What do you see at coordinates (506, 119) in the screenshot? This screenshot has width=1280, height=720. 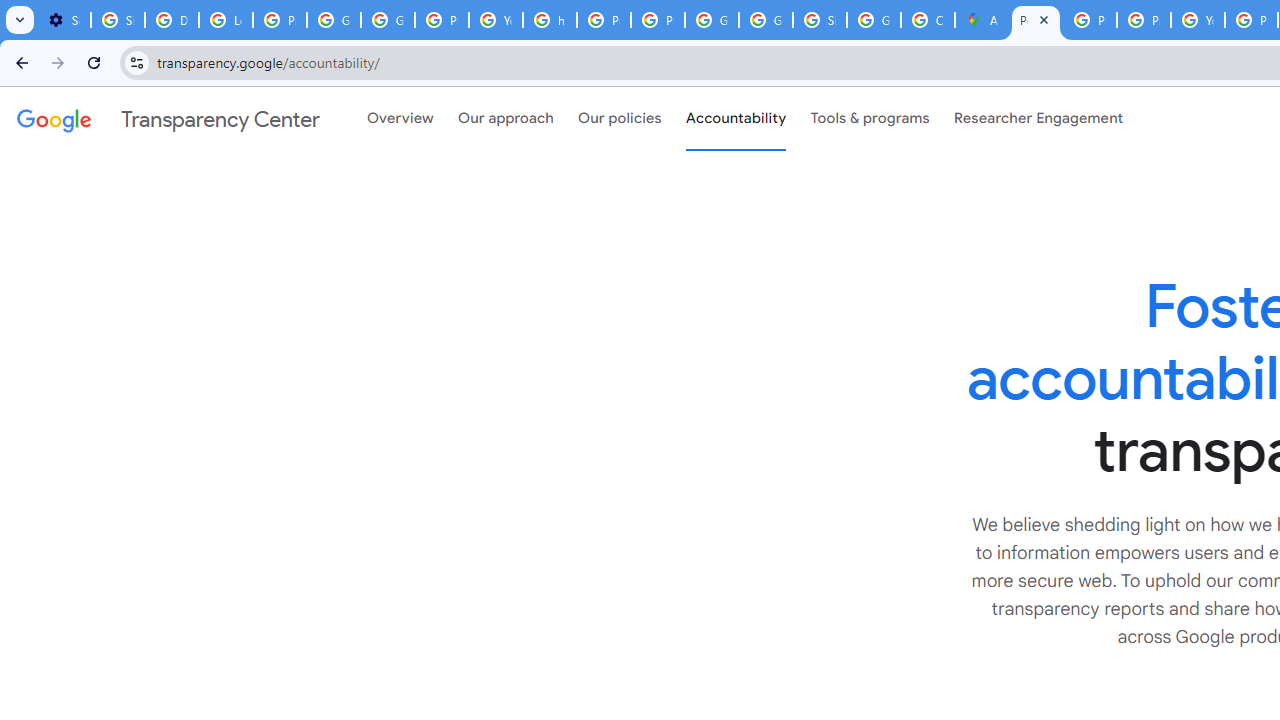 I see `'Our approach'` at bounding box center [506, 119].